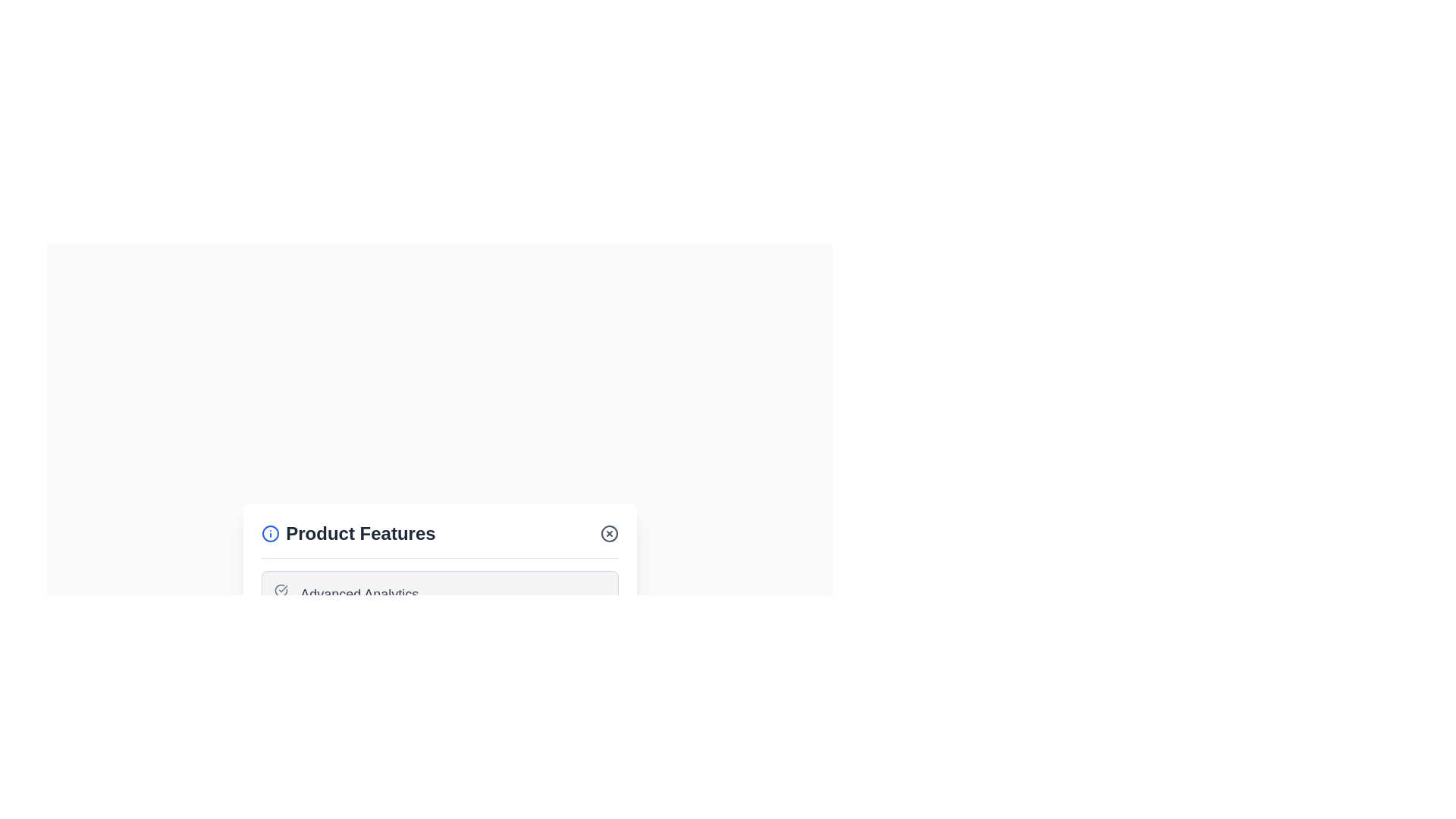 The width and height of the screenshot is (1456, 819). What do you see at coordinates (609, 532) in the screenshot?
I see `the close button in the top-right corner of the 'Product Features' card` at bounding box center [609, 532].